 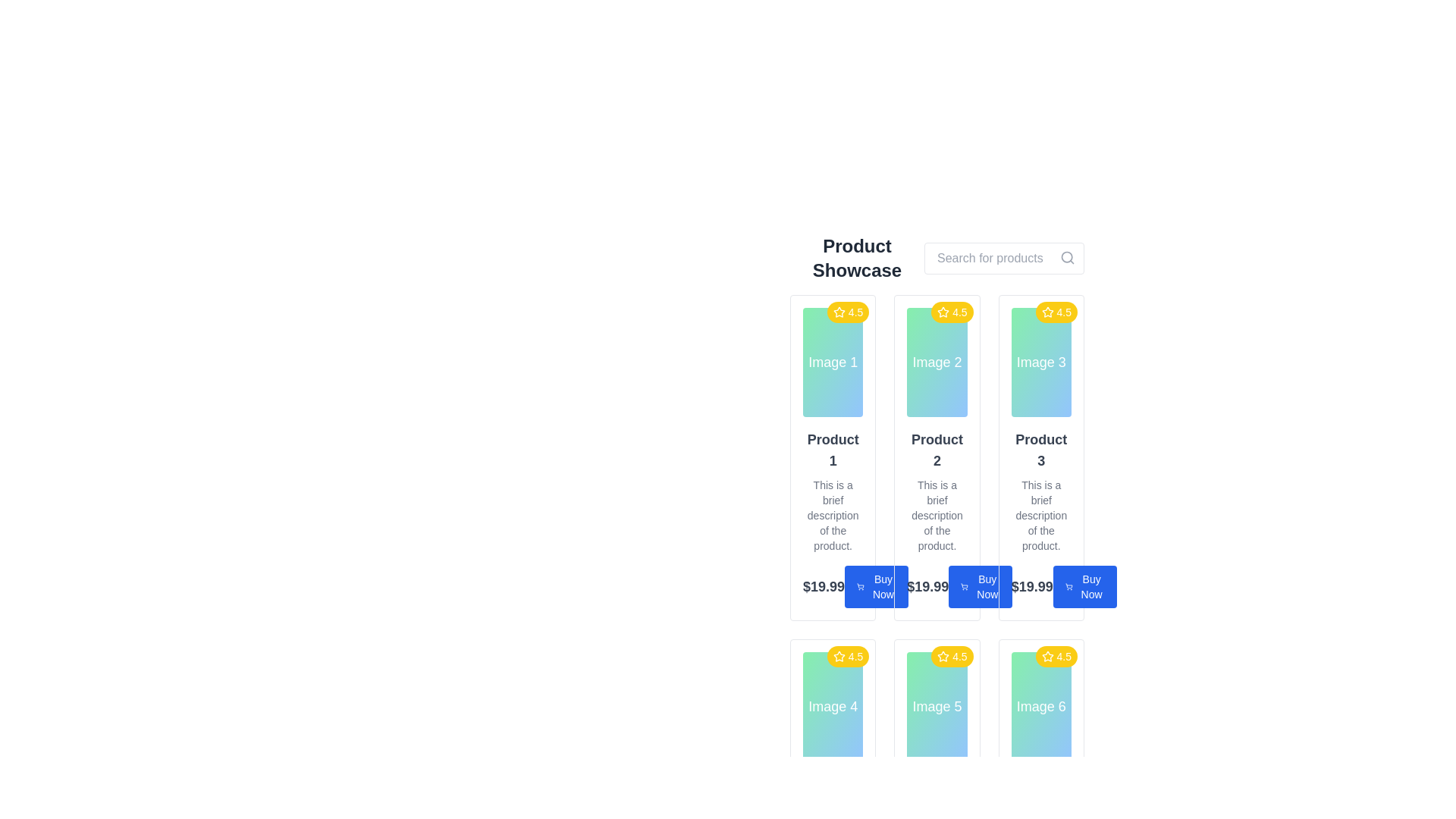 I want to click on the product rating icon located in the top-right corner of the product card, which indicates a rating of '4.5', so click(x=838, y=656).